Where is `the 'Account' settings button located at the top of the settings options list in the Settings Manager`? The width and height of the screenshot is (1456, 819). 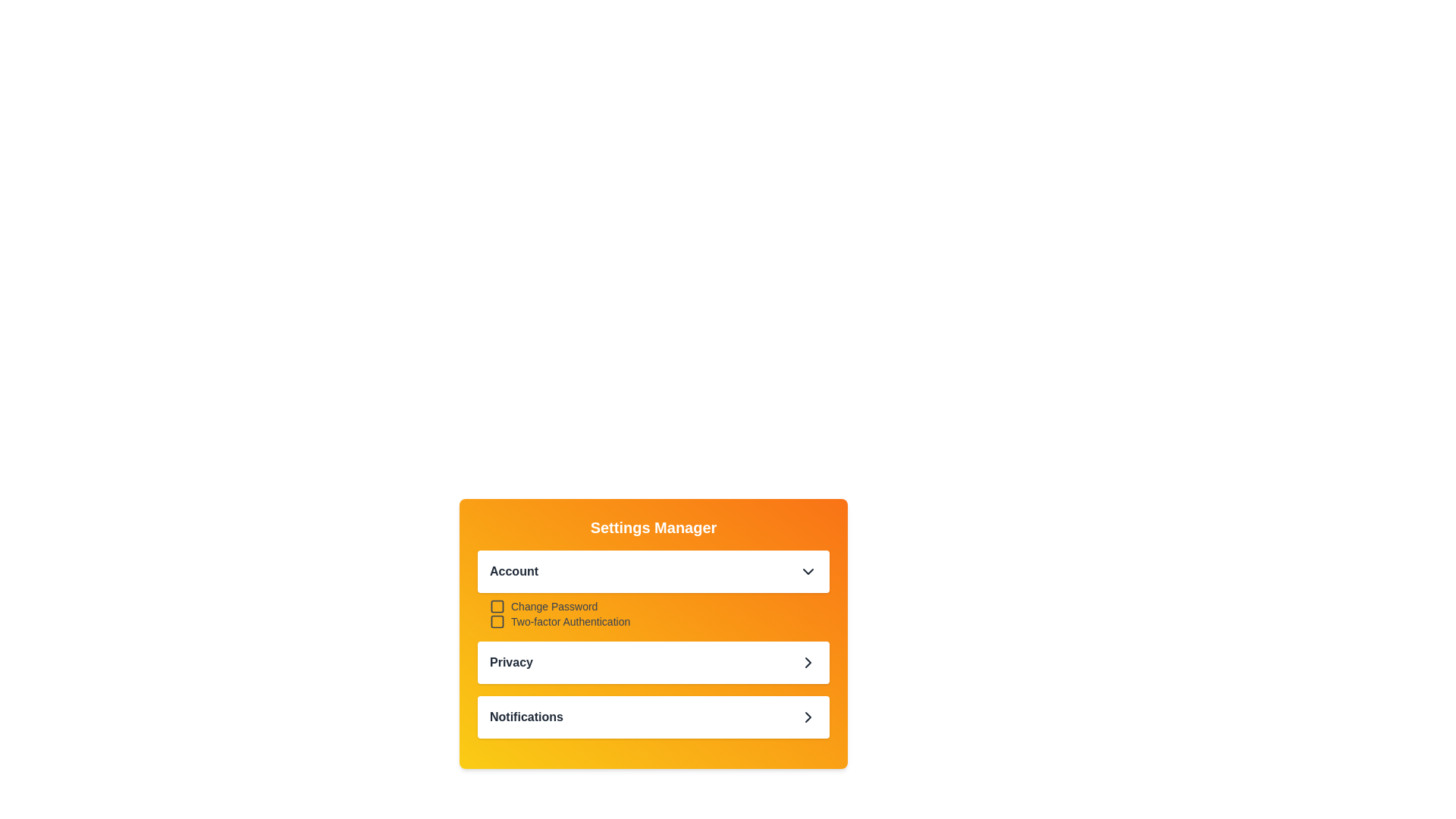
the 'Account' settings button located at the top of the settings options list in the Settings Manager is located at coordinates (654, 571).